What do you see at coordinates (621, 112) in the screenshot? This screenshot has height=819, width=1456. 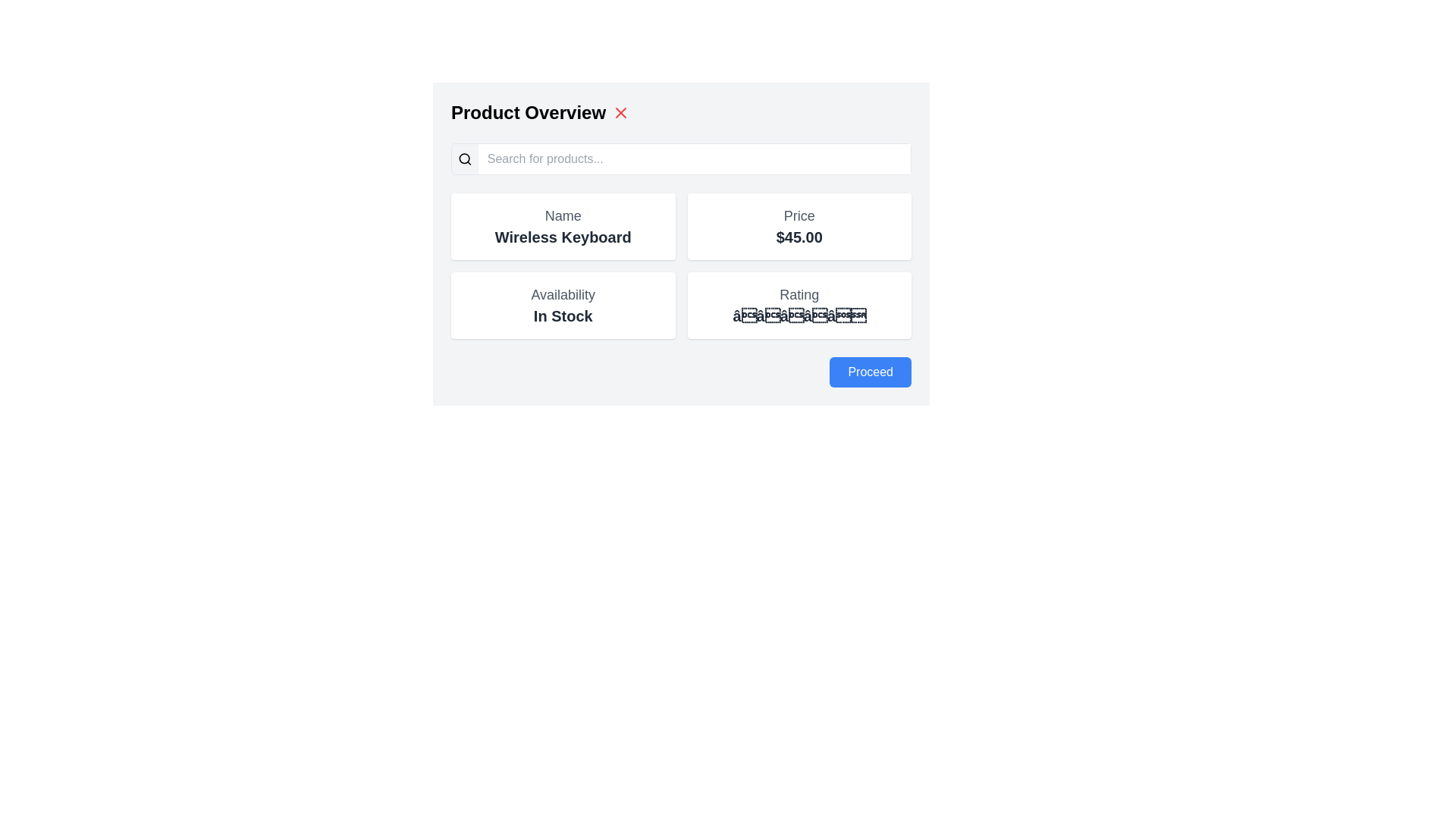 I see `the vibrant red cross icon, which is an SVG-based close or cancel icon located to the right of the 'Product Overview' title in the top-left section of the interface` at bounding box center [621, 112].